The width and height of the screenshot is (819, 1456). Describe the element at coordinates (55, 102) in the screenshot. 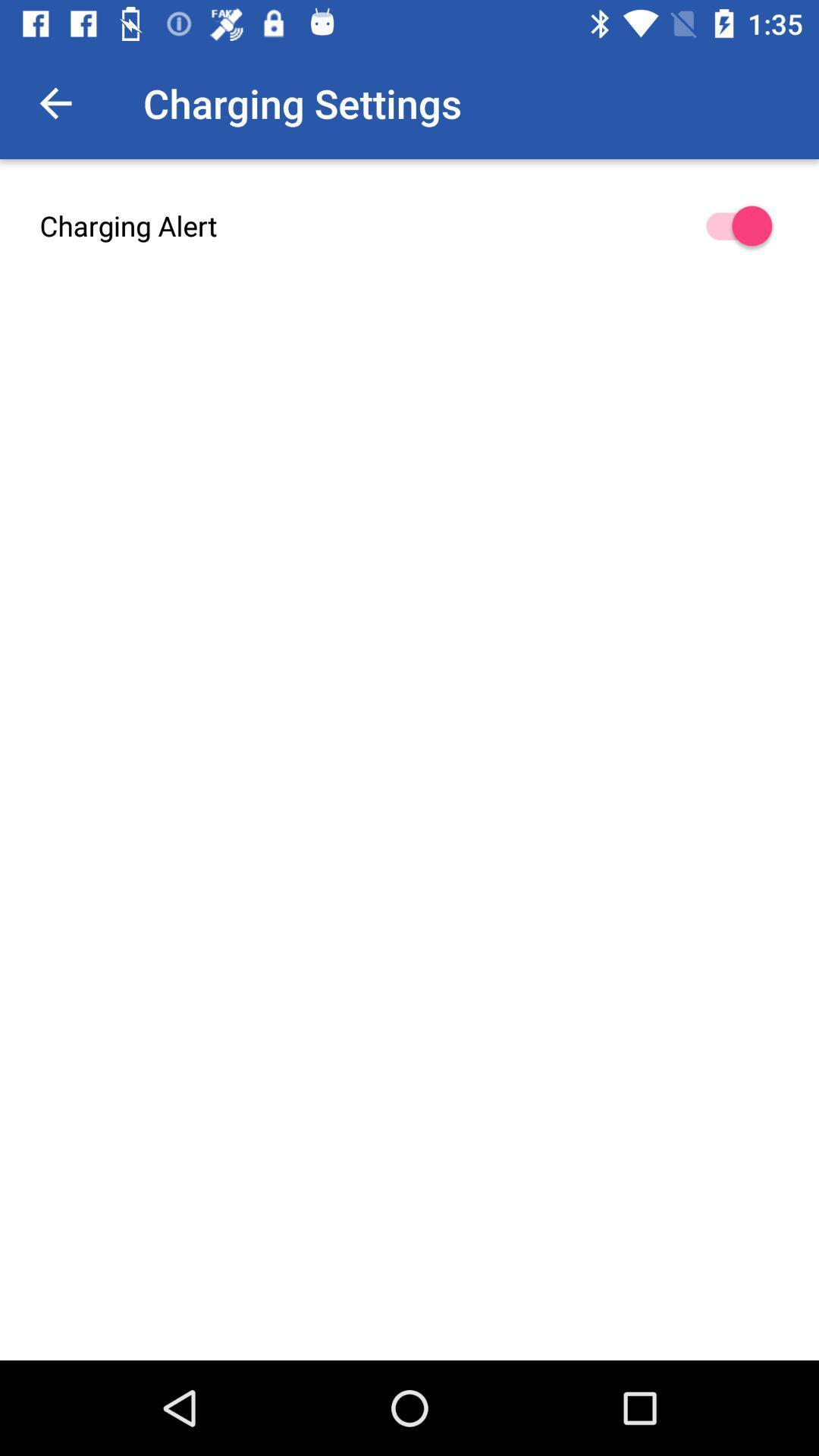

I see `icon above the charging alert` at that location.